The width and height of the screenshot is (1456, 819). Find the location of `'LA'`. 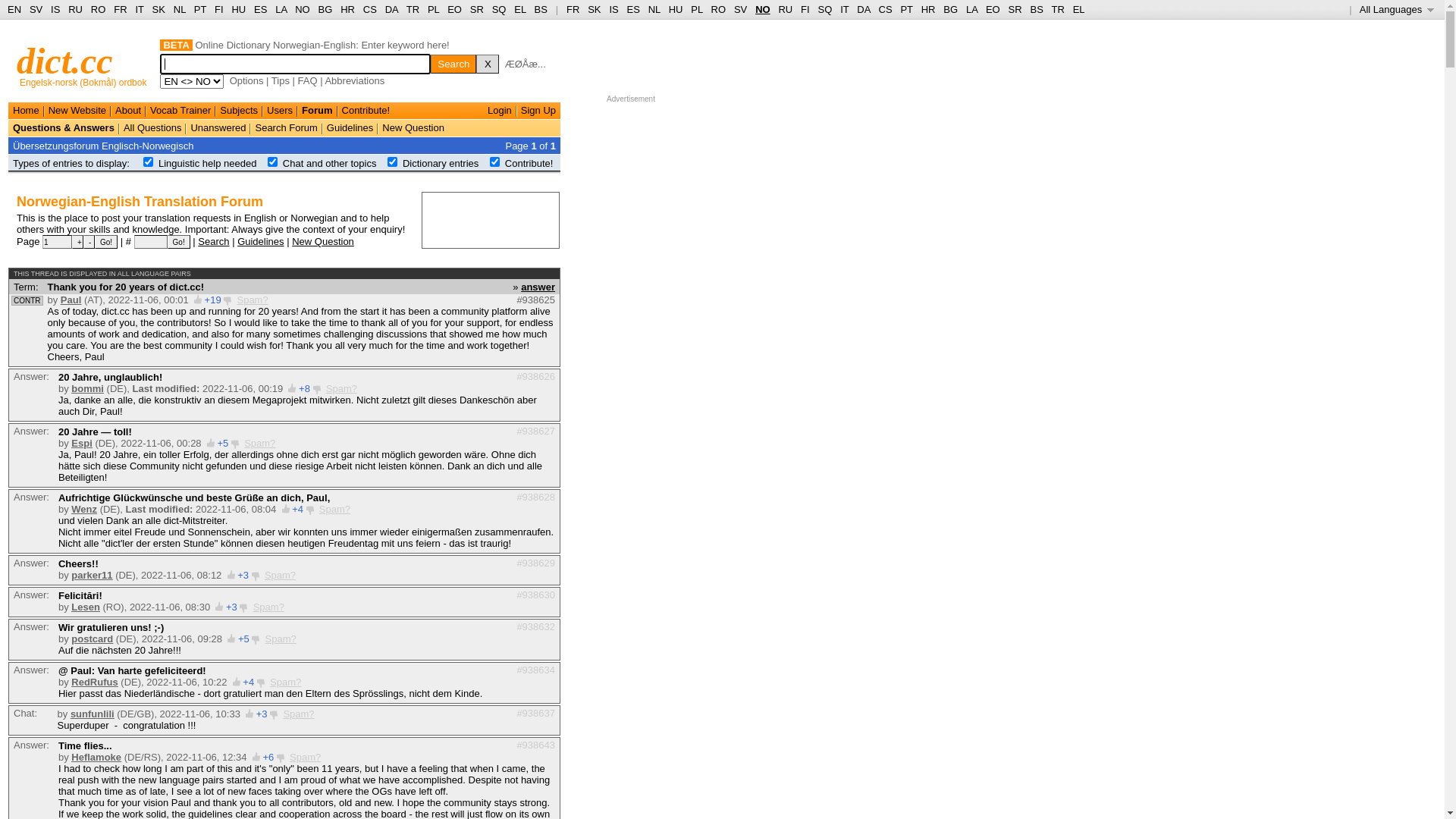

'LA' is located at coordinates (971, 9).